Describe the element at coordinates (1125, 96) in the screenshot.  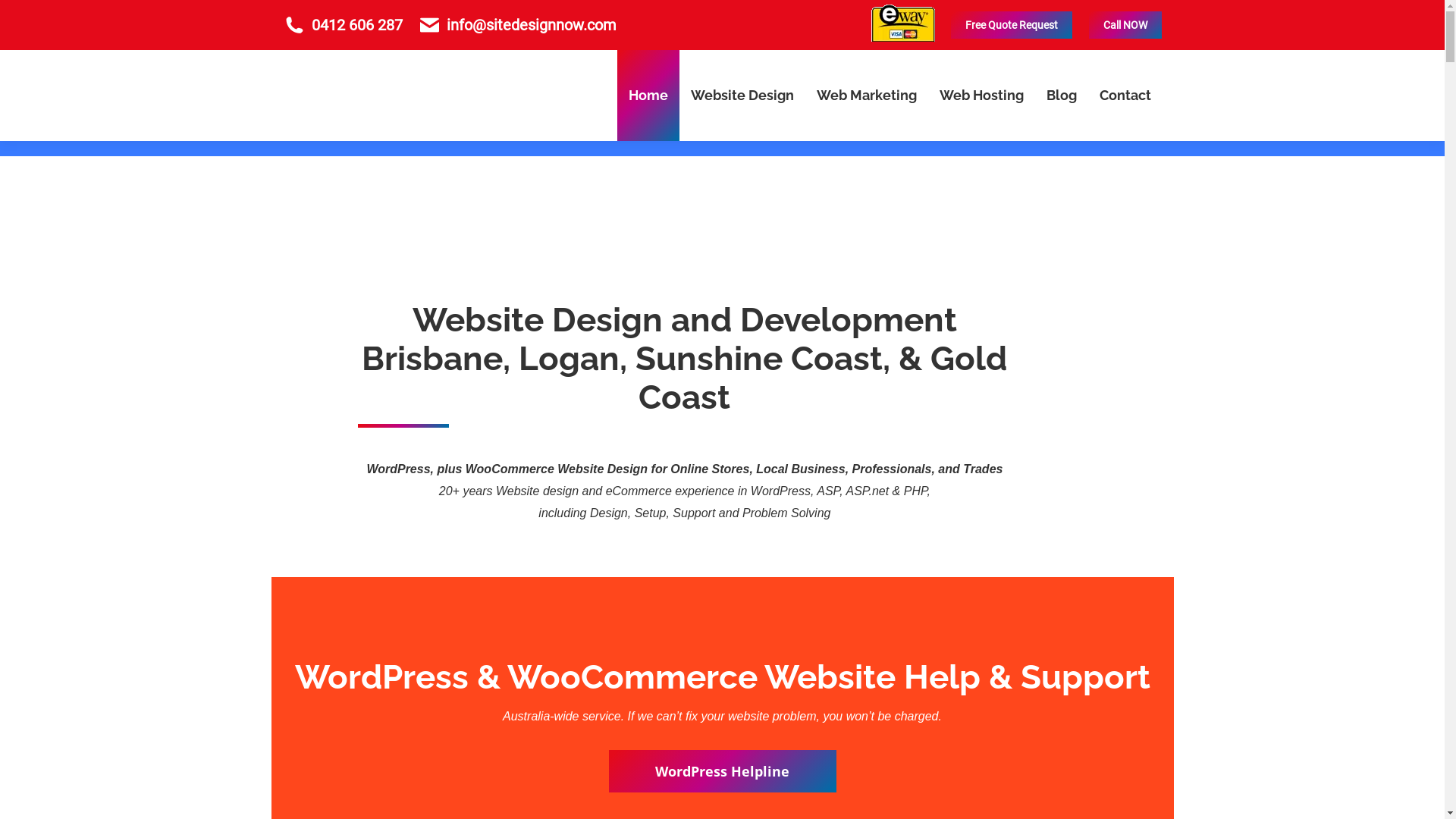
I see `'Contact'` at that location.